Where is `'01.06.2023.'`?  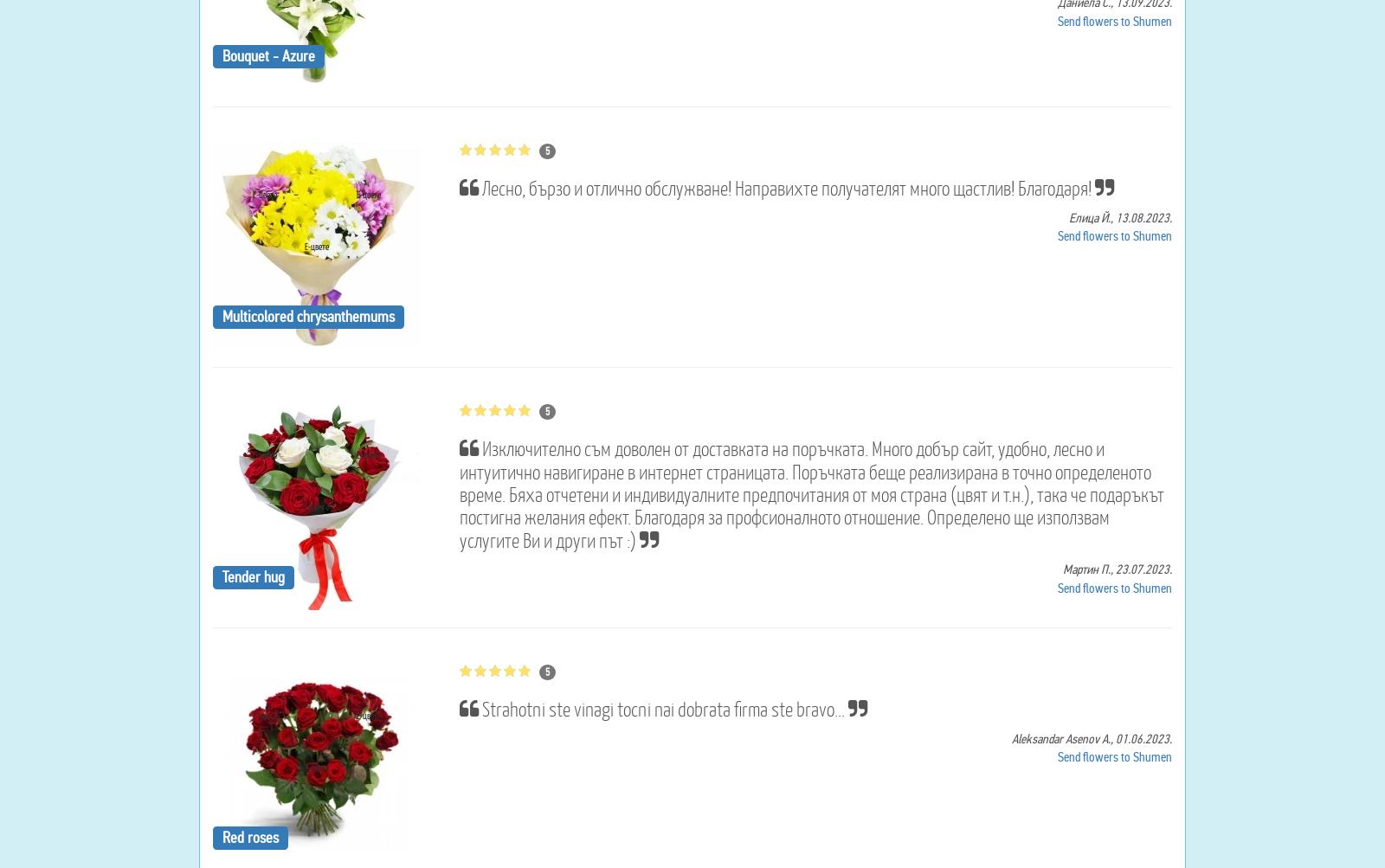
'01.06.2023.' is located at coordinates (1143, 737).